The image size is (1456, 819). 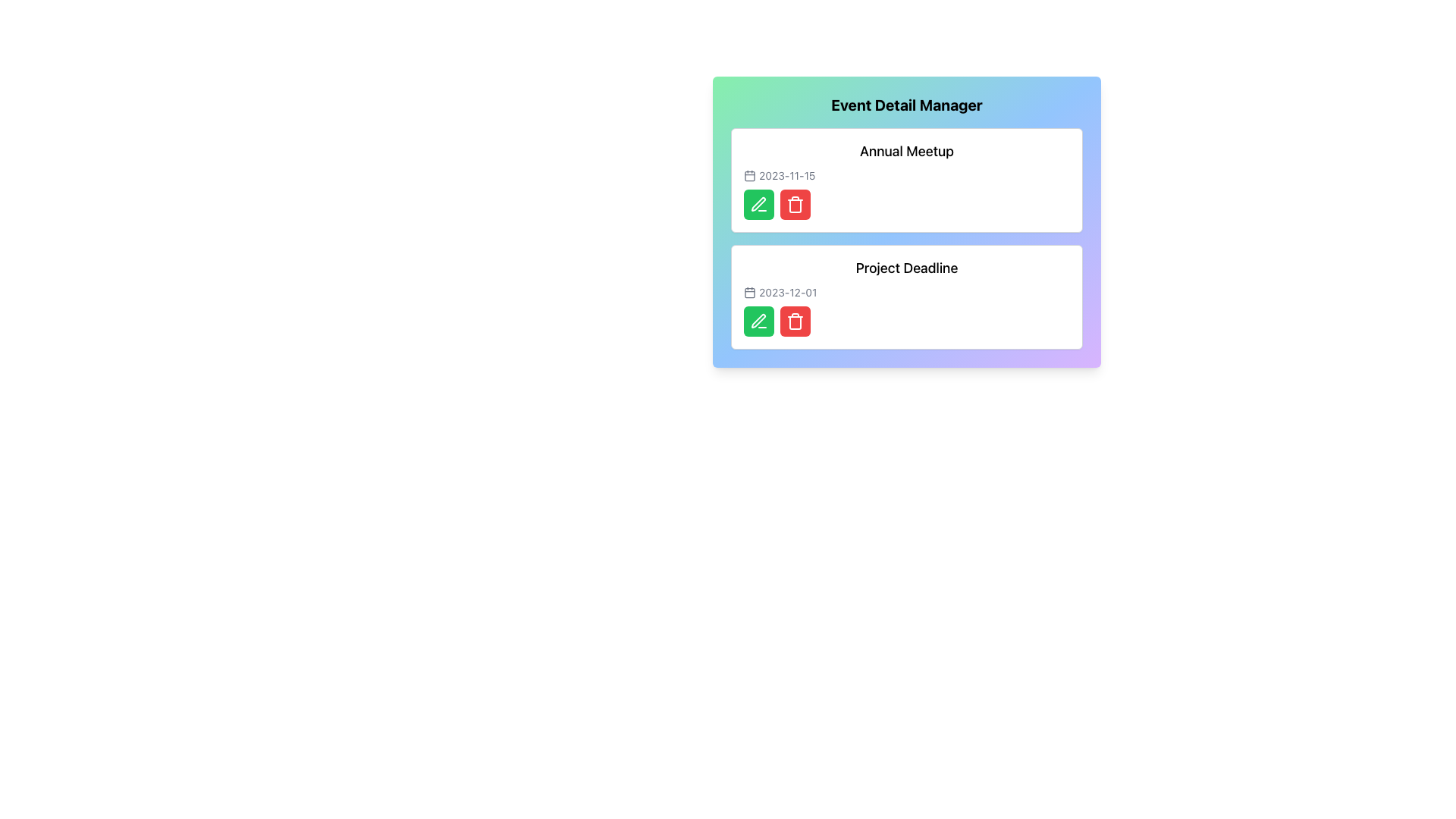 What do you see at coordinates (759, 205) in the screenshot?
I see `the pen icon, which is styled as a white vector graphic on a green circular background, located within a green button under the 'Annual Meetup' event detail panel` at bounding box center [759, 205].